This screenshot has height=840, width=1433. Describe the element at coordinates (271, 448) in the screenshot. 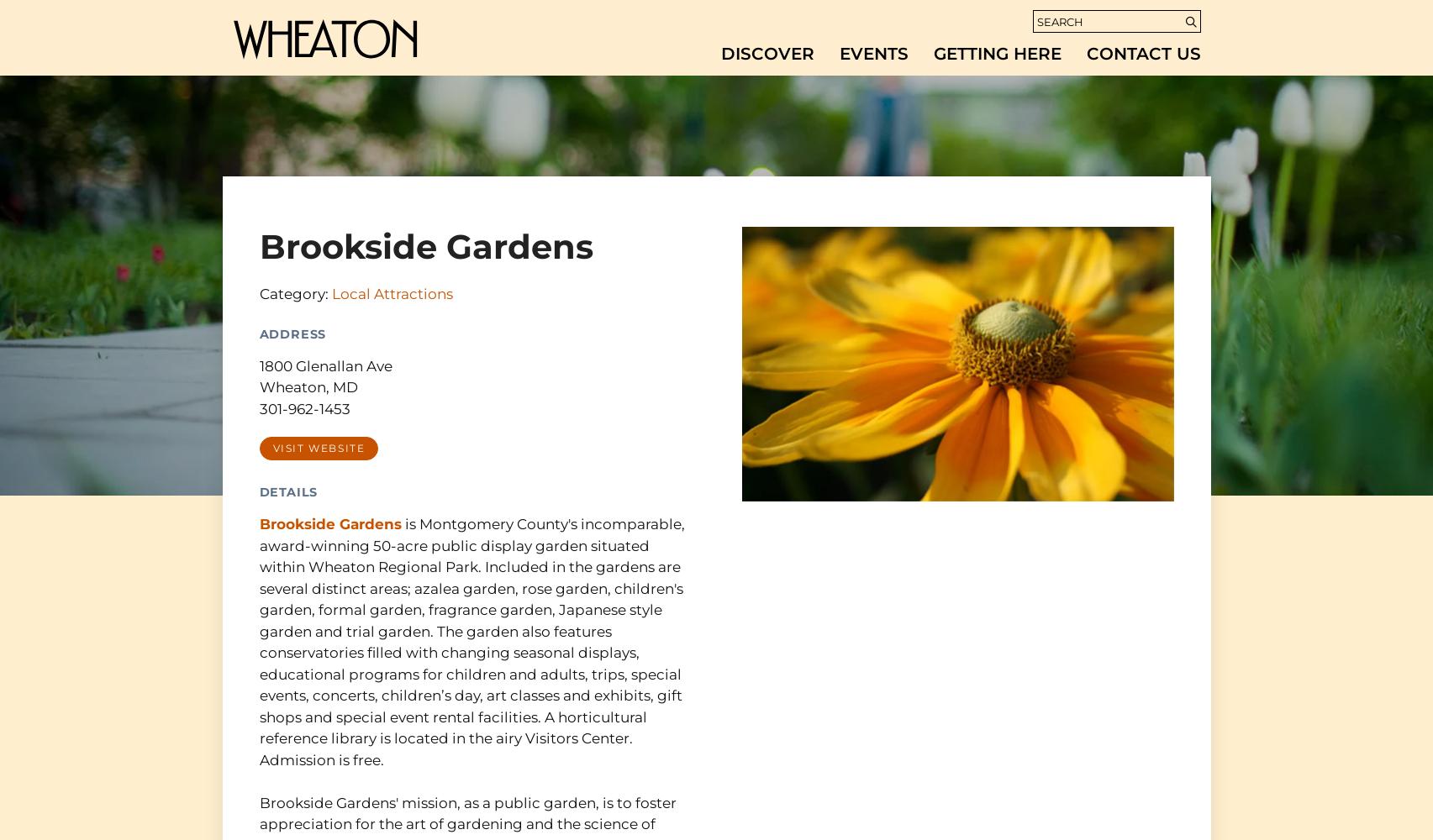

I see `'visit website'` at that location.